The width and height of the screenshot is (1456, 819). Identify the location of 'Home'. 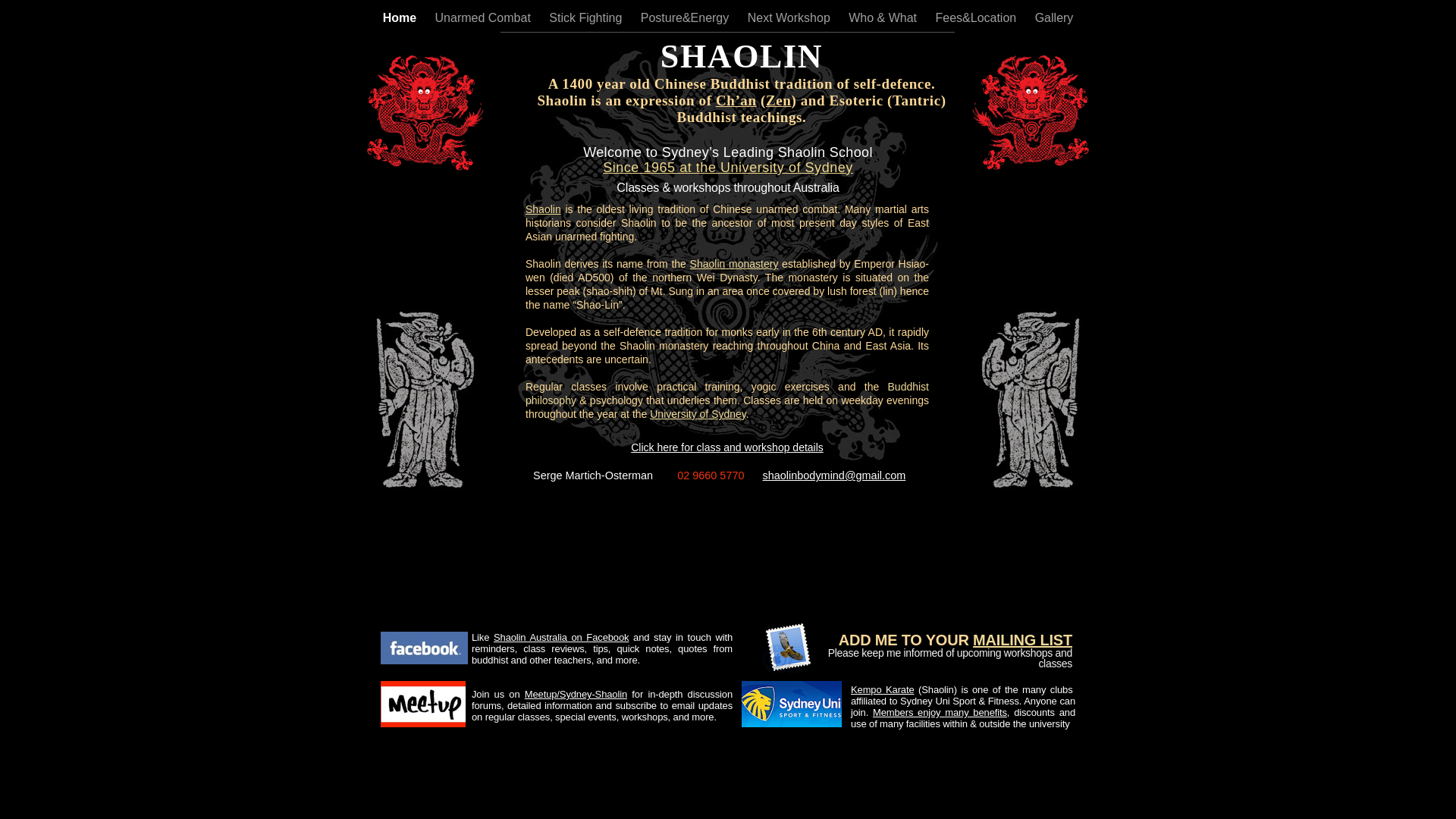
(382, 17).